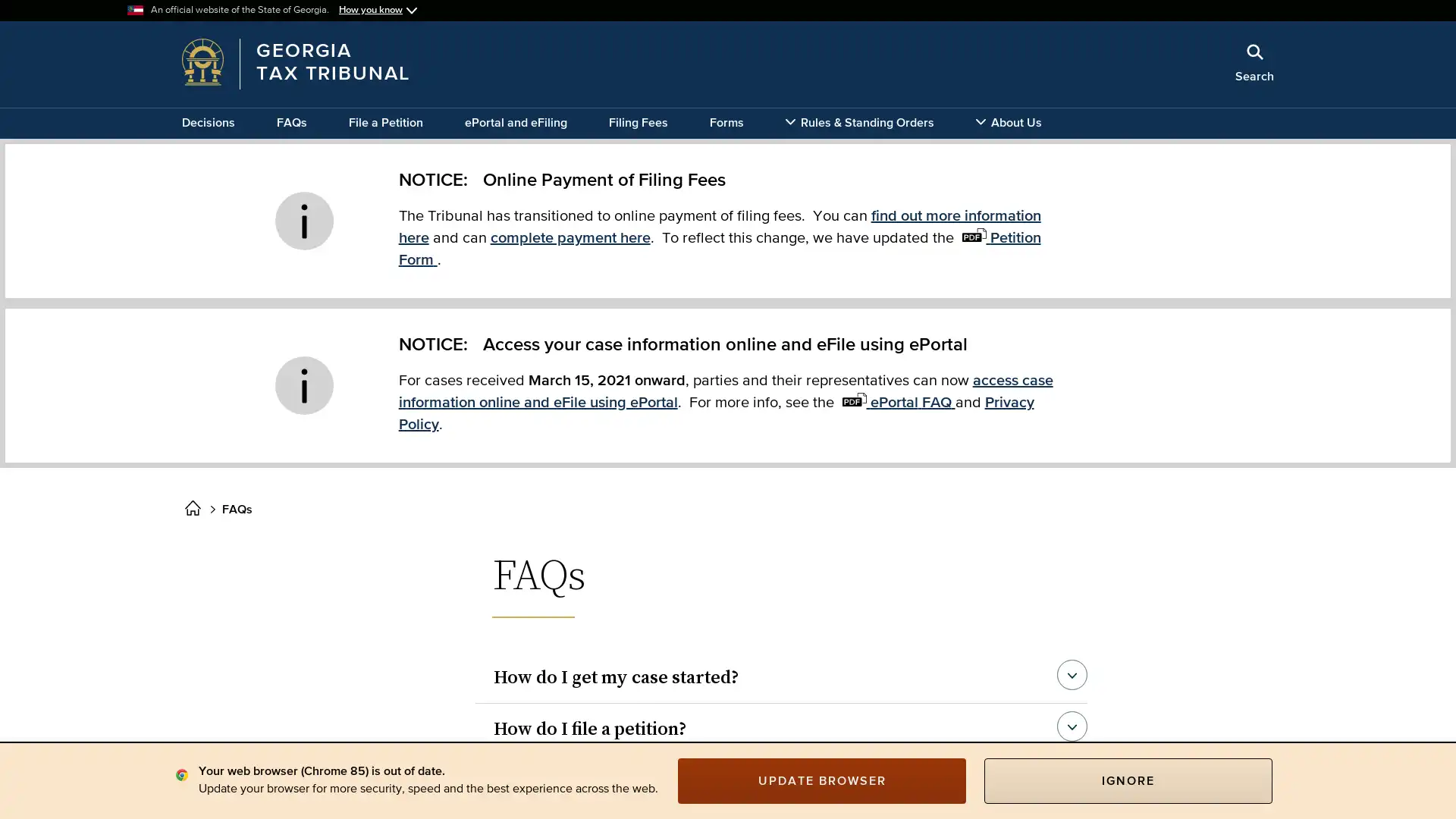  What do you see at coordinates (1254, 64) in the screenshot?
I see `Search` at bounding box center [1254, 64].